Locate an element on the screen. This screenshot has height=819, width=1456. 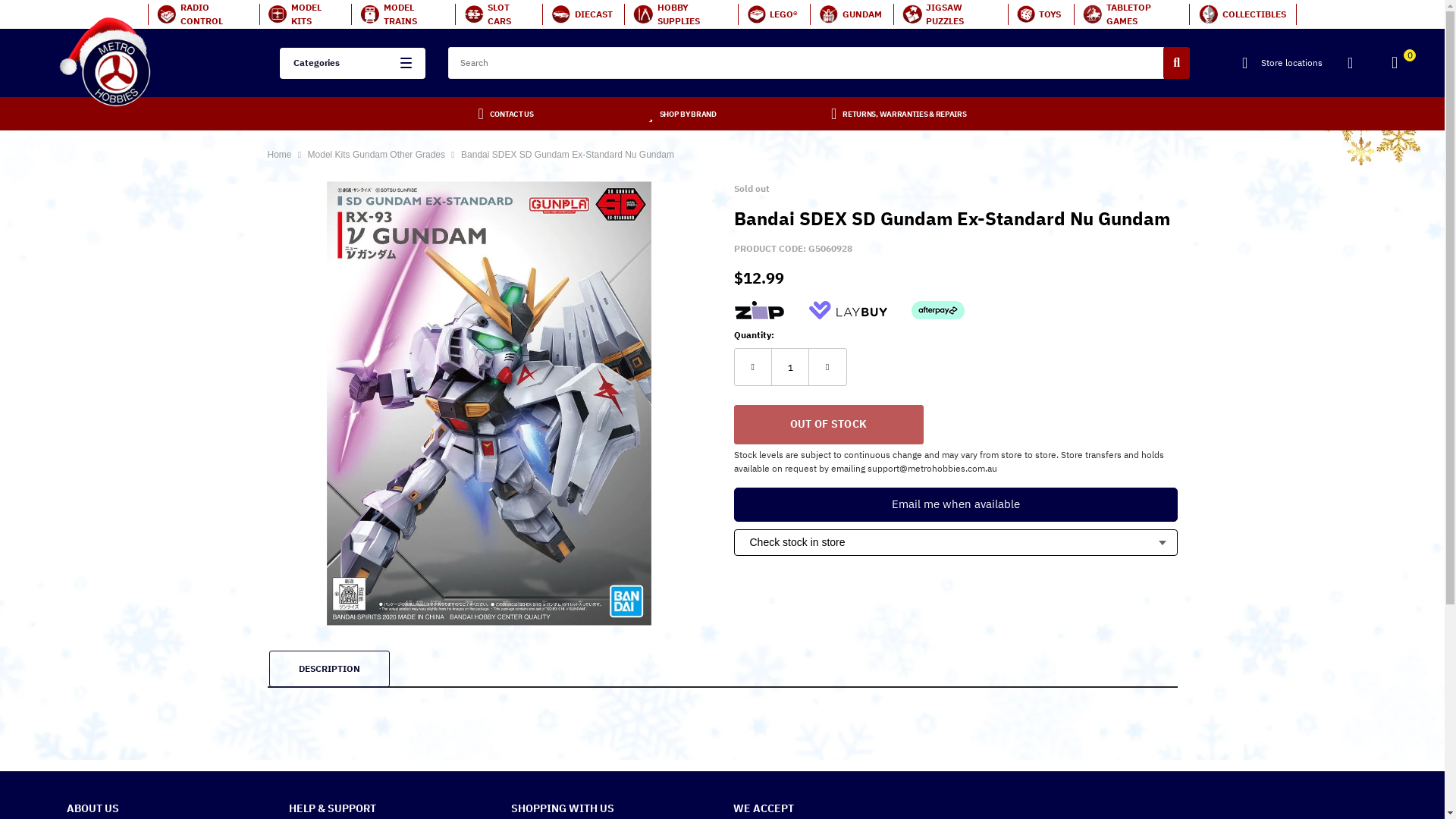
'TOYS' is located at coordinates (1008, 14).